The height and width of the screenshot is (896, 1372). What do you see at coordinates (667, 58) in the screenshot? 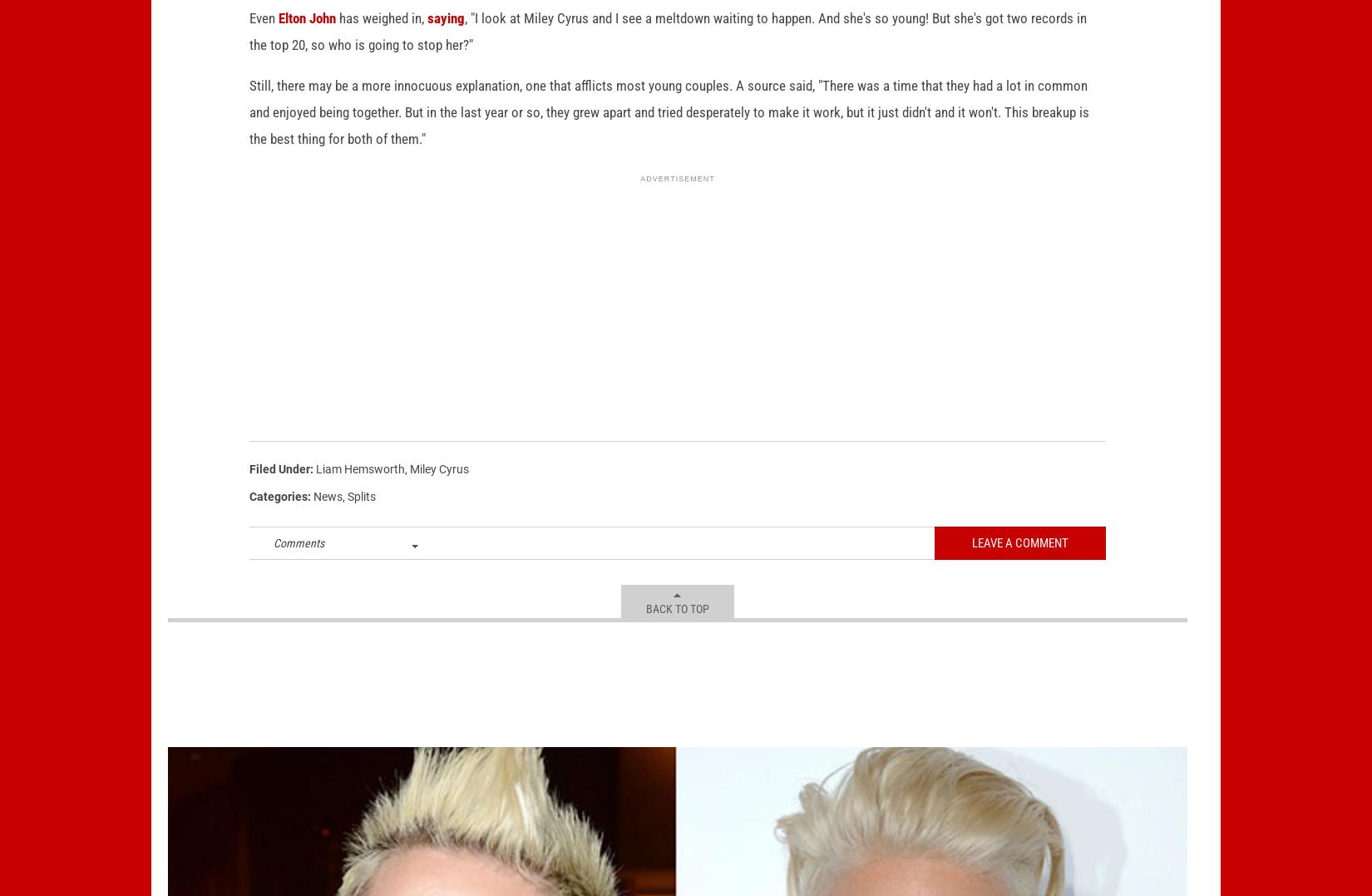
I see `', "I look at Miley Cyrus and I see a meltdown waiting to happen. And she's so young! But she's got two records in the top 20, so who is going to stop her?"'` at bounding box center [667, 58].